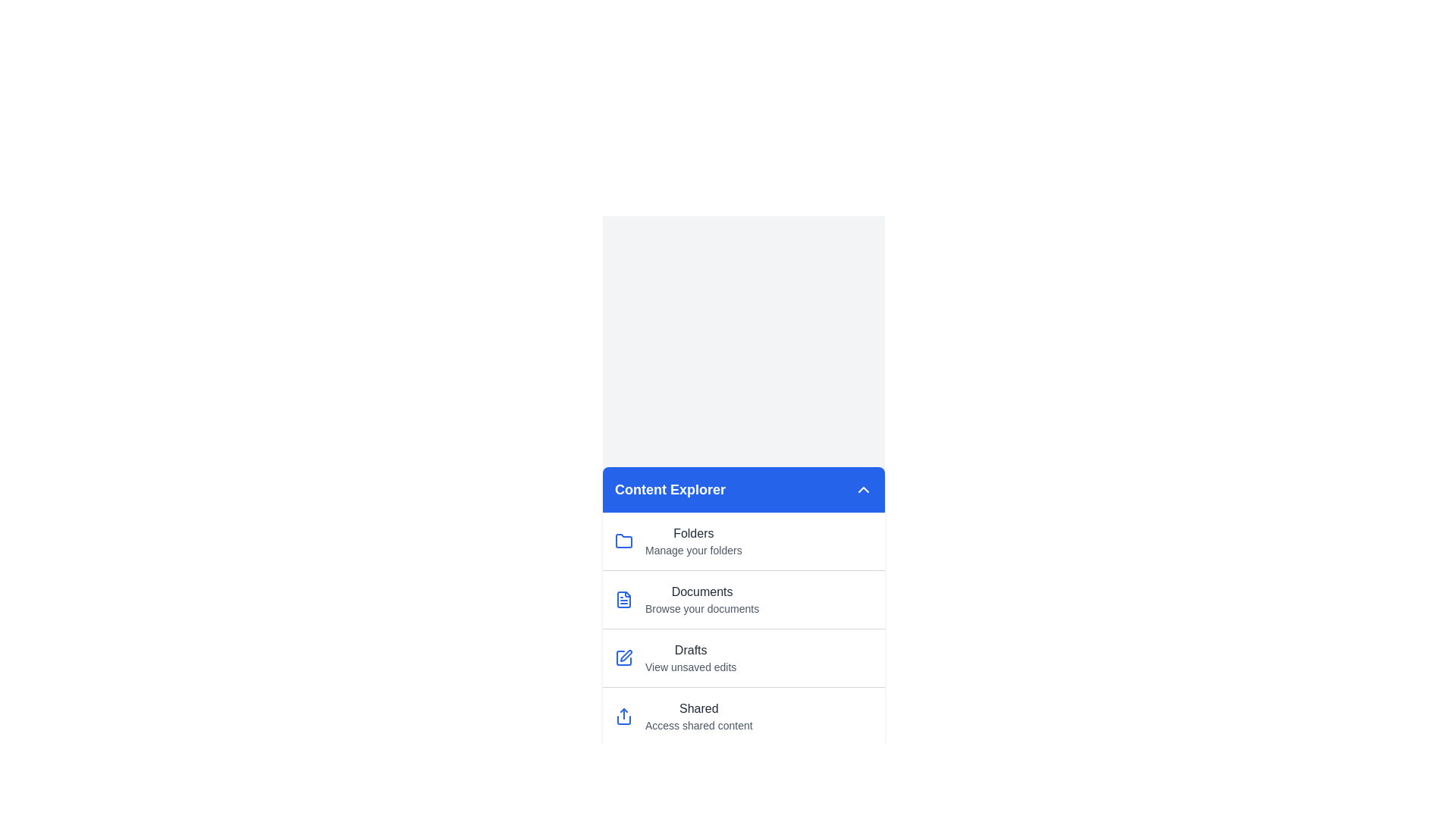 The height and width of the screenshot is (819, 1456). I want to click on the header button to toggle the menu state, so click(863, 489).